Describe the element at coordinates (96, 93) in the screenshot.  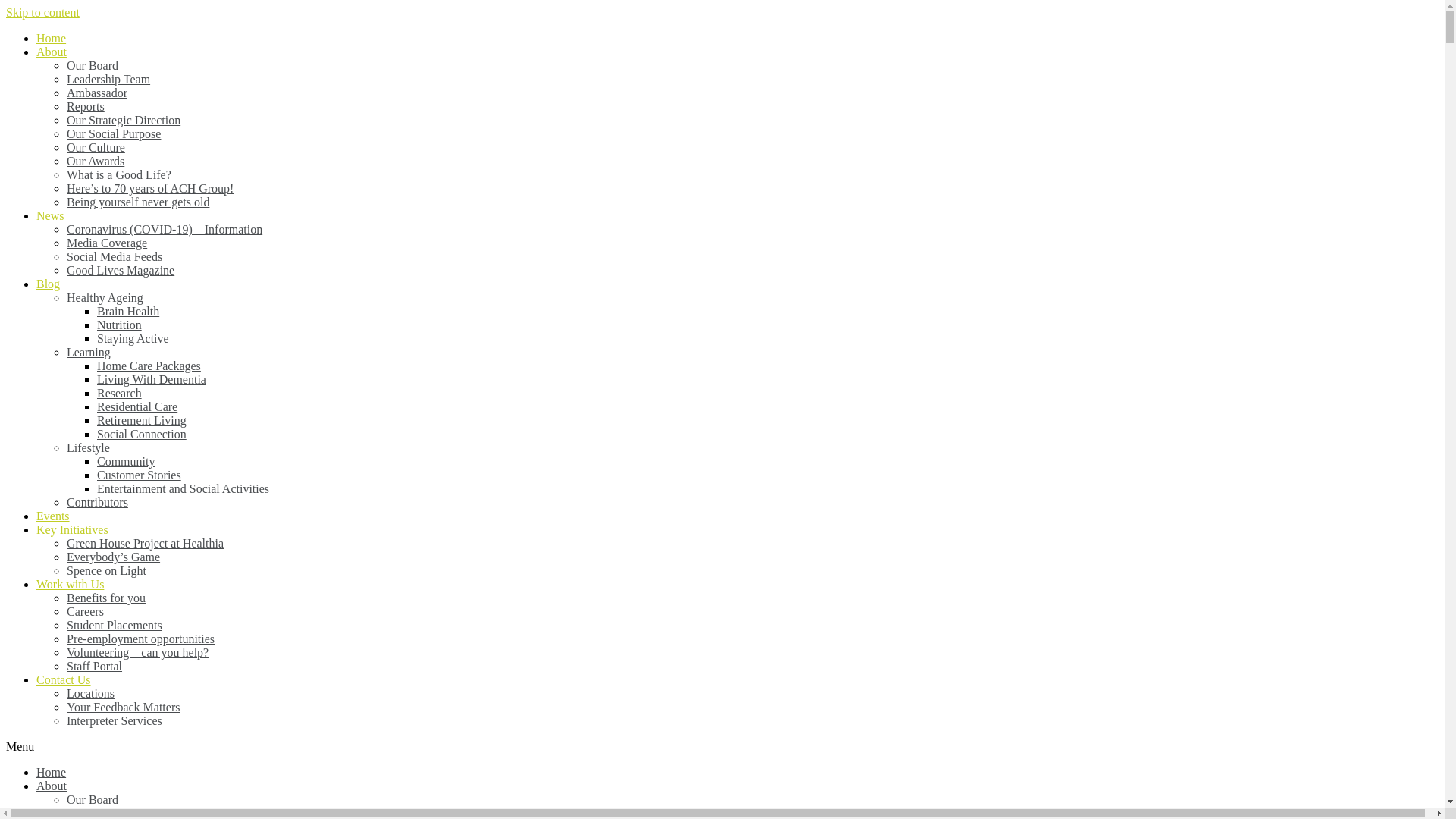
I see `'Ambassador'` at that location.